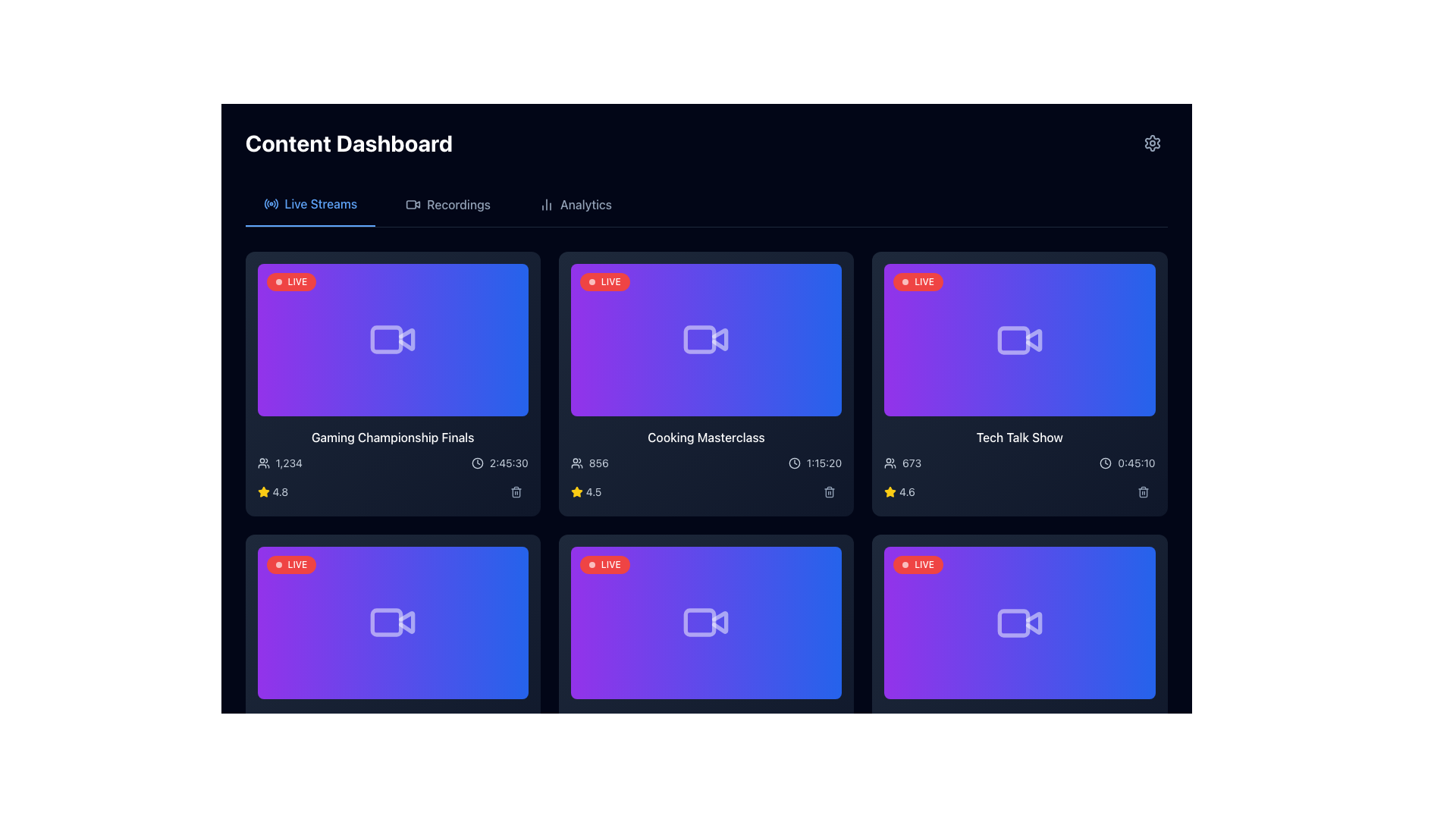  What do you see at coordinates (280, 491) in the screenshot?
I see `the Text label displaying the rating value located below the 'Gaming Championship Finals' card in the content dashboard, next to the yellow star icon` at bounding box center [280, 491].